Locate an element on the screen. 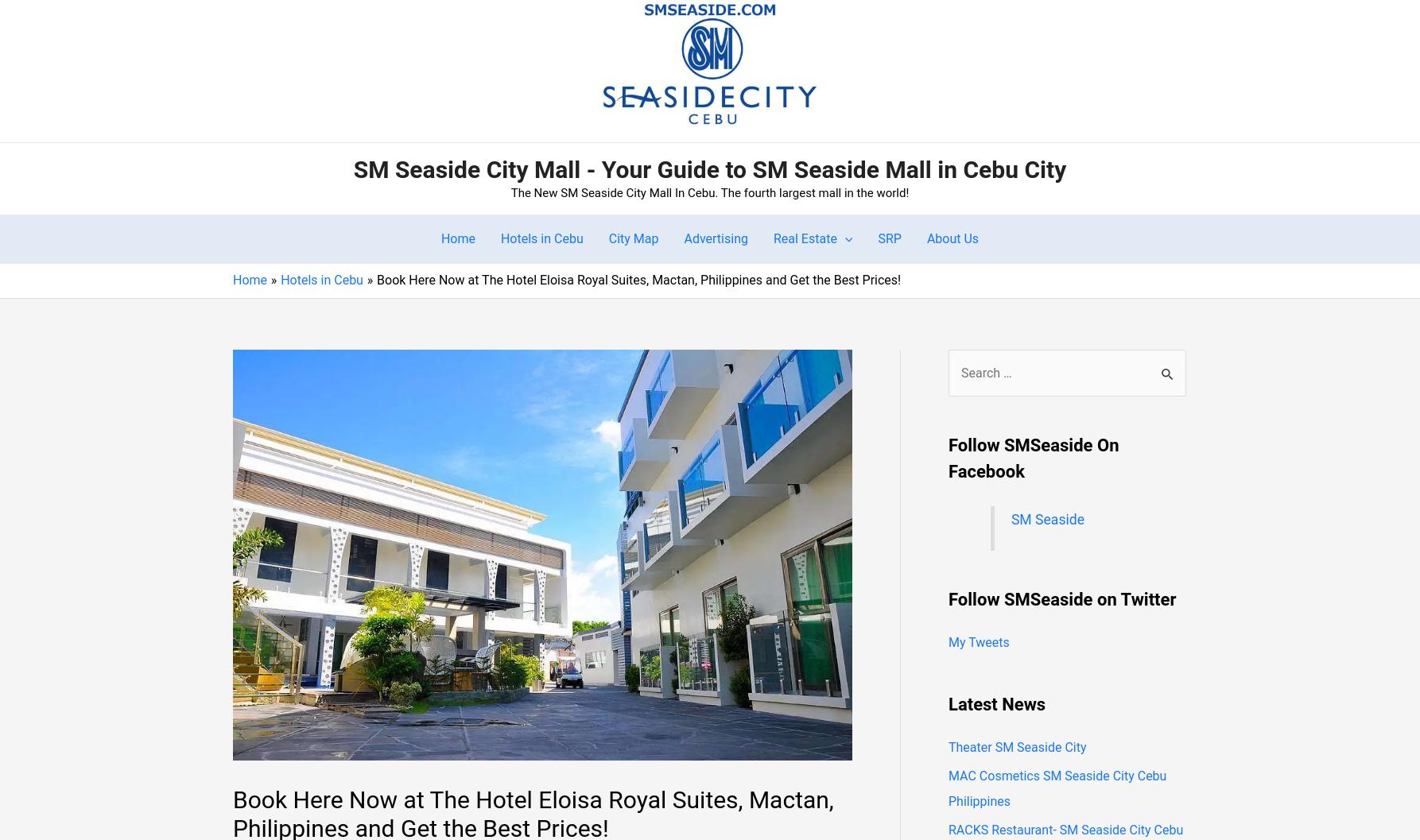 This screenshot has height=840, width=1420. 'SRP' is located at coordinates (888, 238).